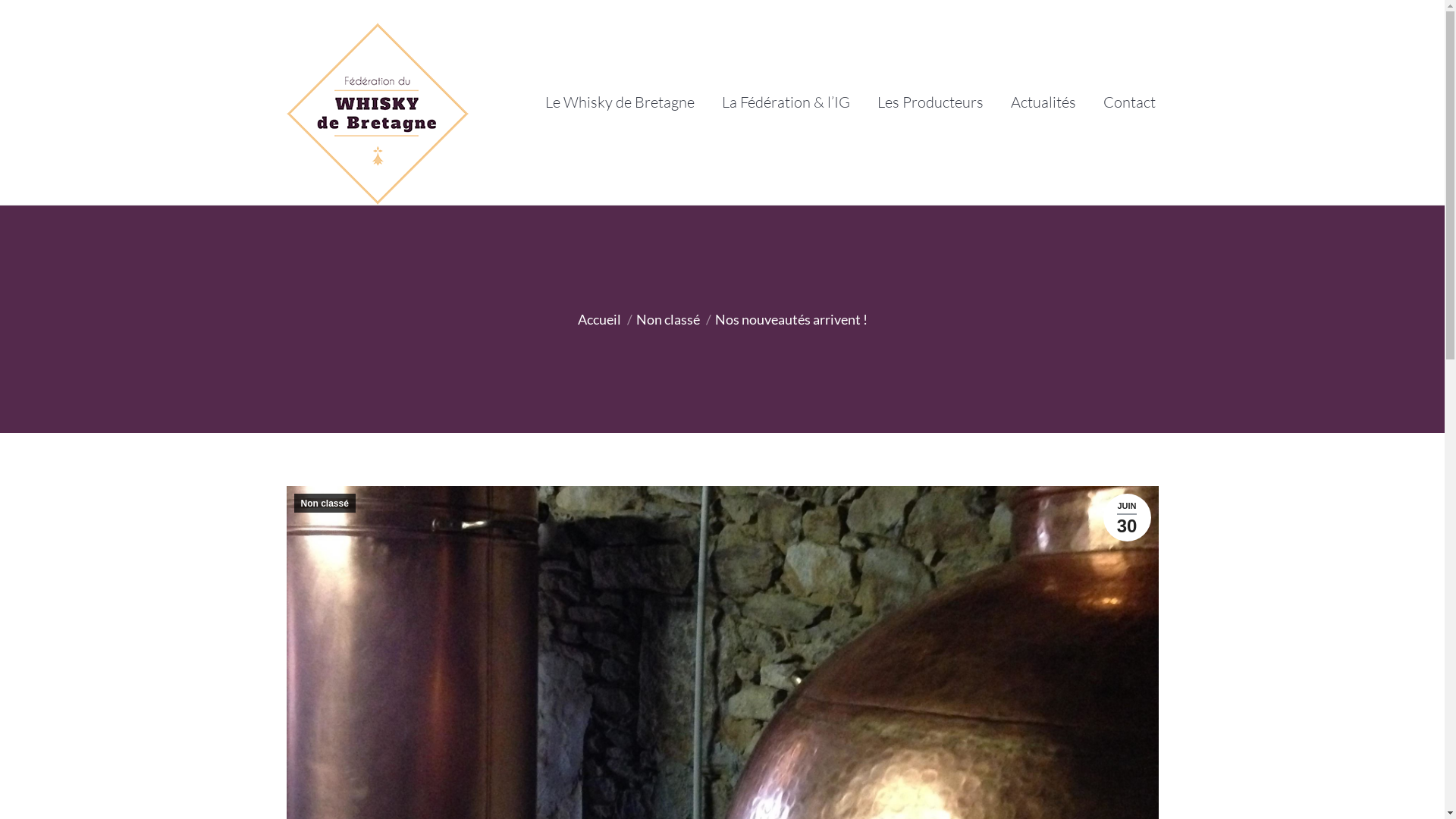 This screenshot has height=819, width=1456. What do you see at coordinates (1128, 102) in the screenshot?
I see `'Contact'` at bounding box center [1128, 102].